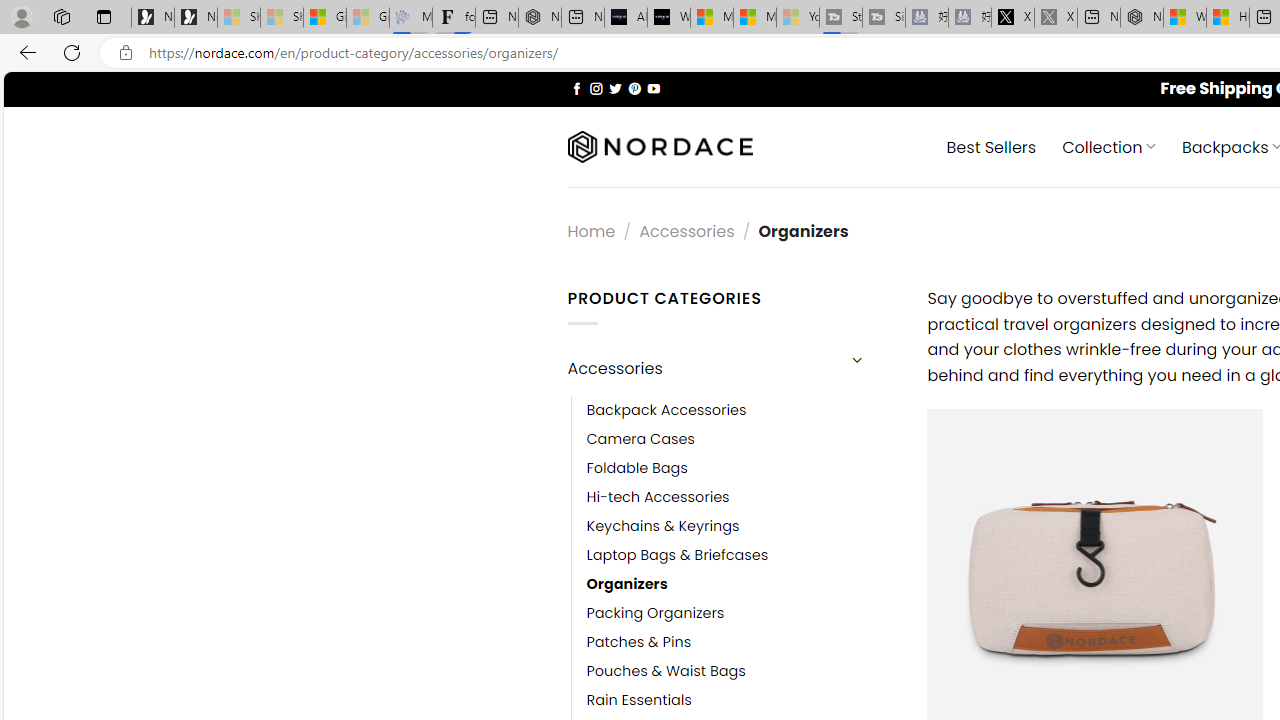 The width and height of the screenshot is (1280, 720). What do you see at coordinates (666, 671) in the screenshot?
I see `'Pouches & Waist Bags'` at bounding box center [666, 671].